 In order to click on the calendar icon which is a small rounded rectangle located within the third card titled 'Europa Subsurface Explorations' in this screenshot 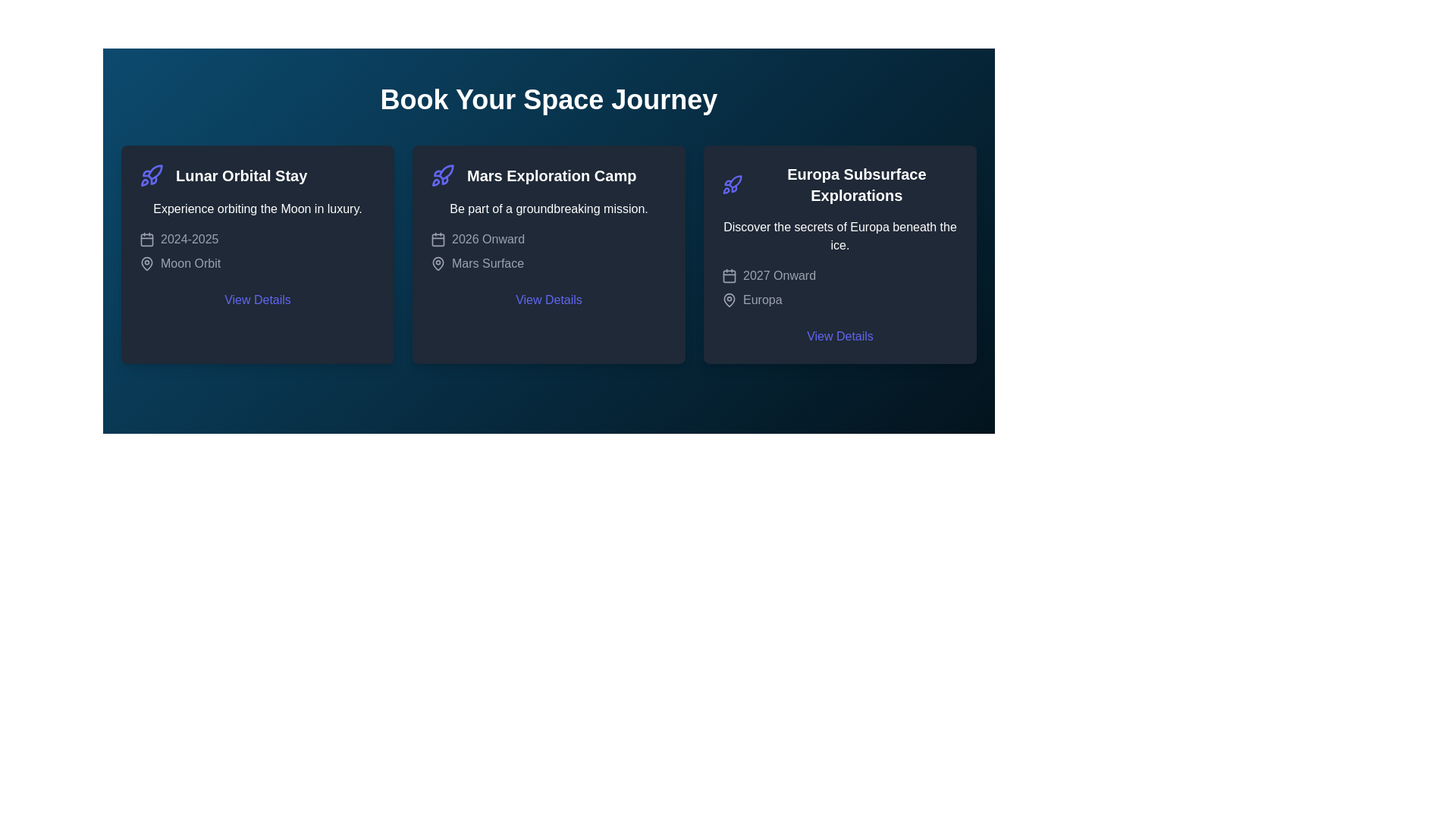, I will do `click(729, 275)`.